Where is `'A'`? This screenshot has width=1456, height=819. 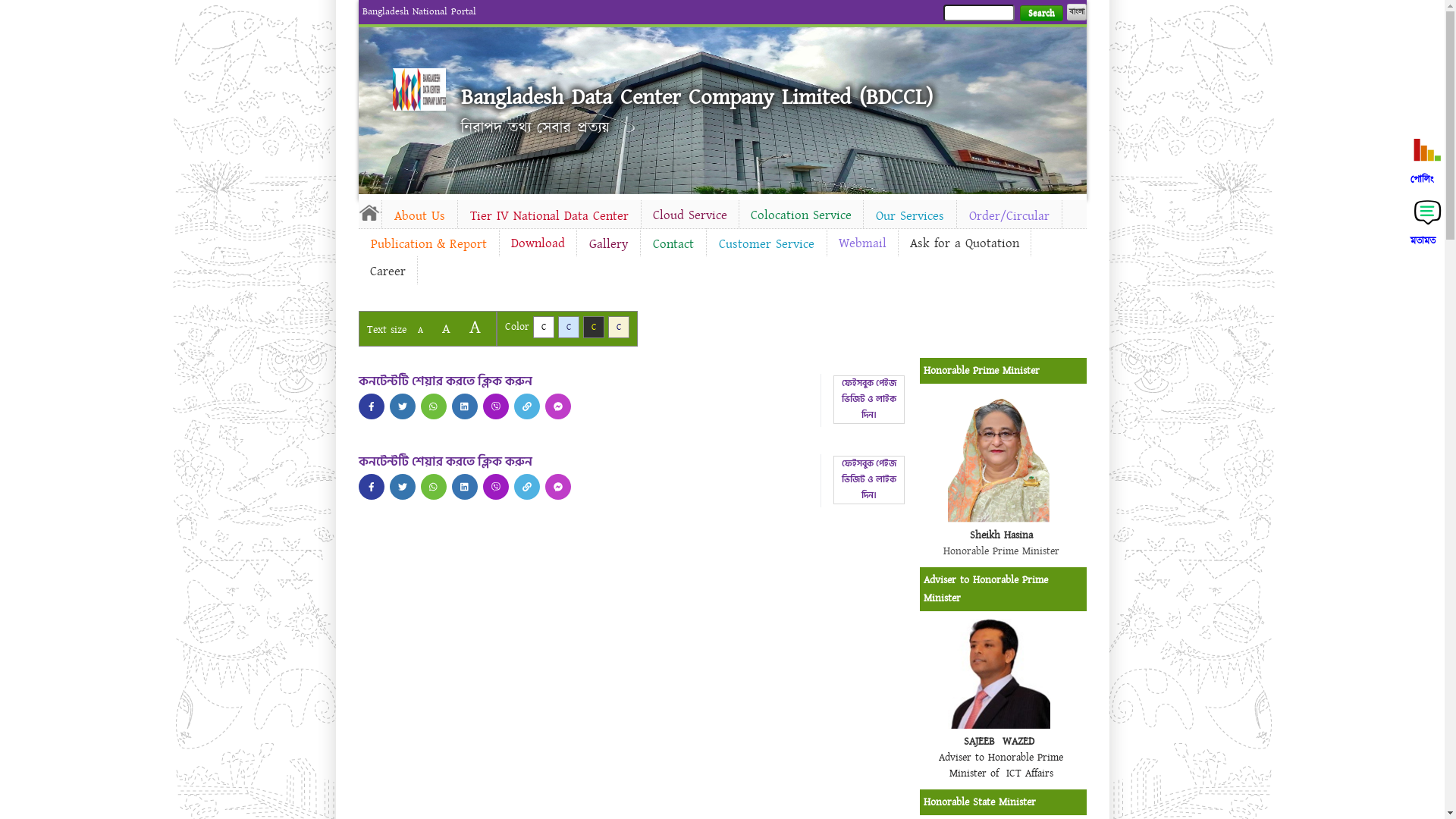
'A' is located at coordinates (473, 326).